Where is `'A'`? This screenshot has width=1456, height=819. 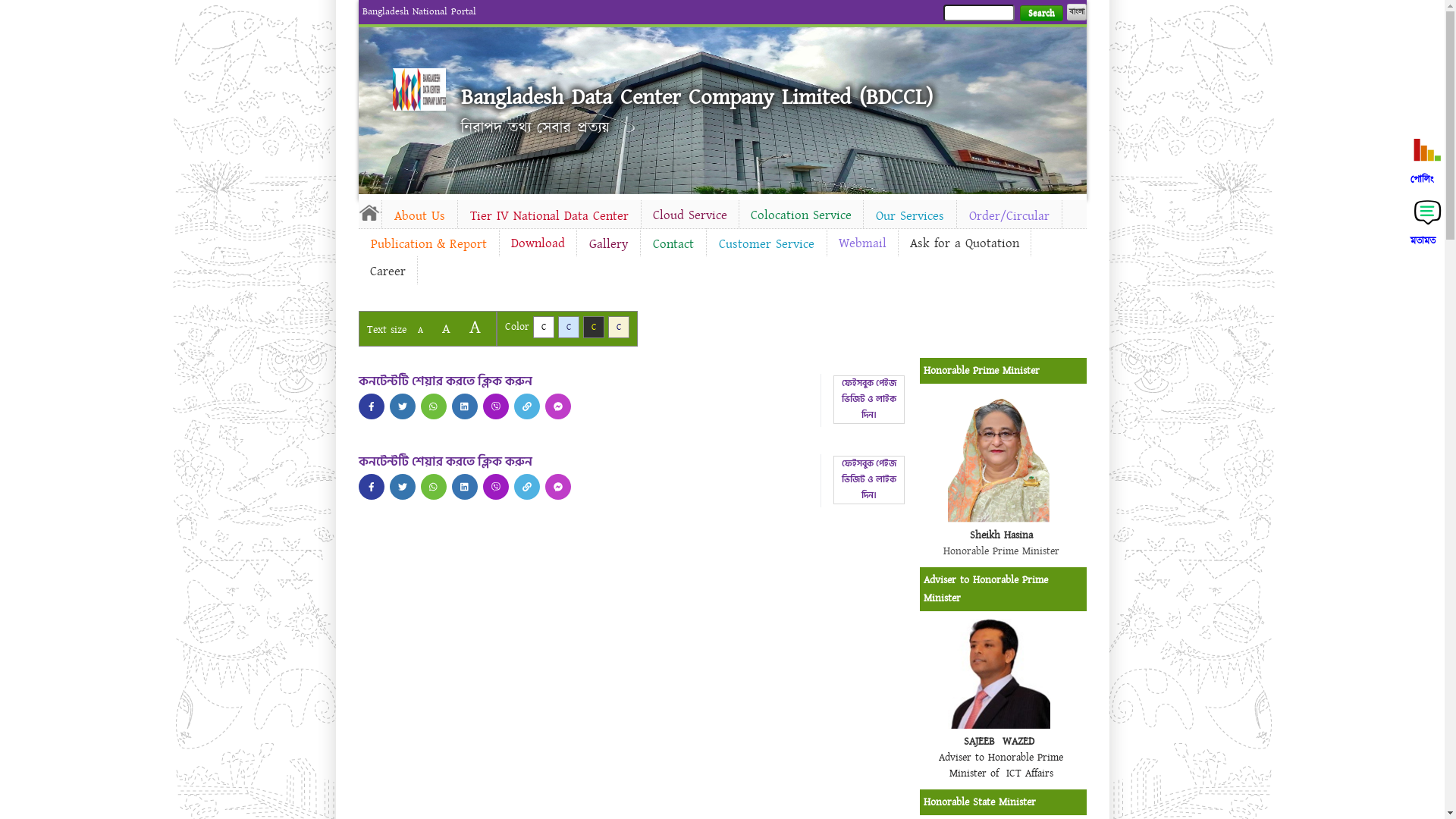
'A' is located at coordinates (473, 326).